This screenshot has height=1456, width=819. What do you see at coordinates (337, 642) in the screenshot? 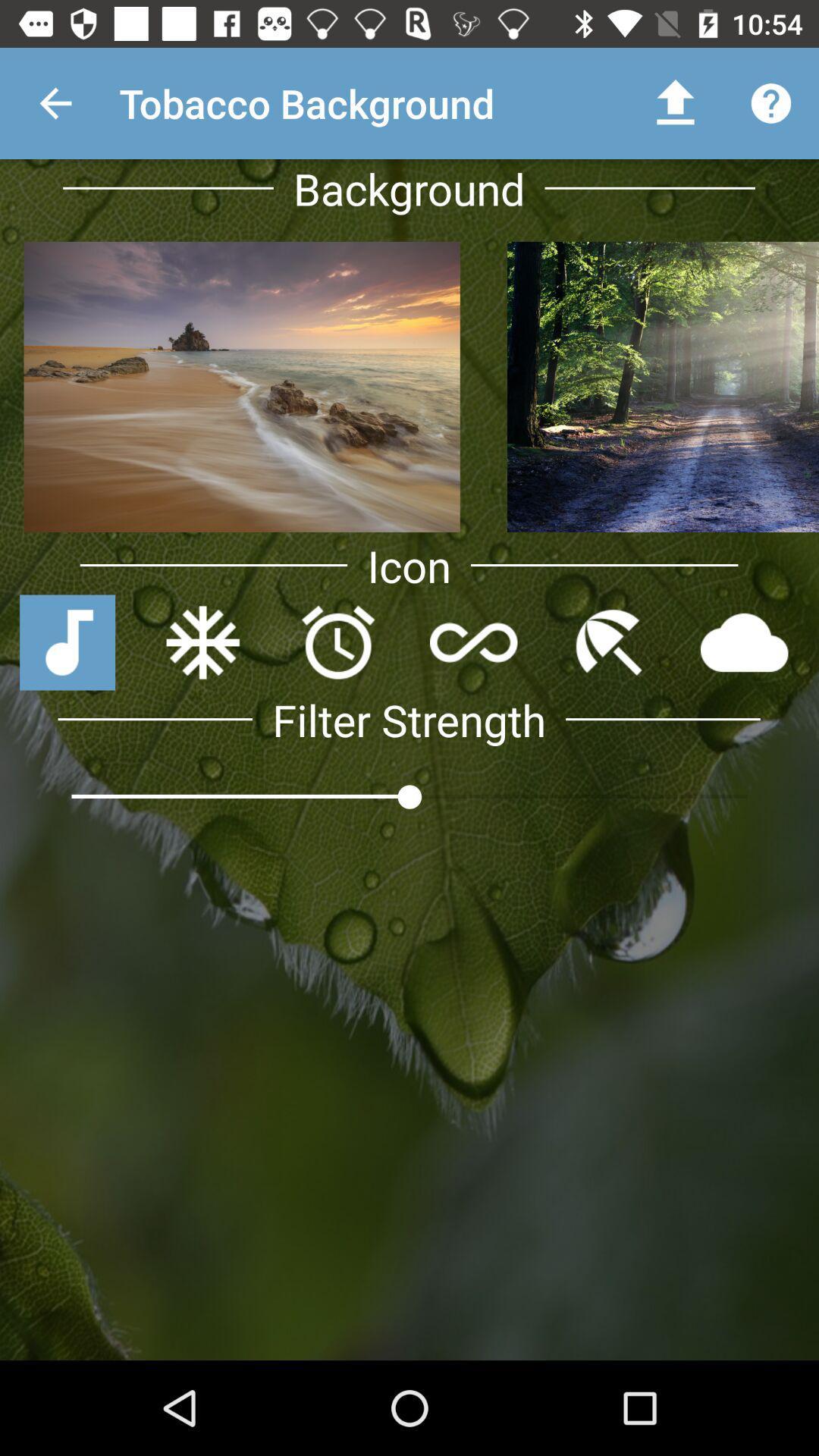
I see `the time icon` at bounding box center [337, 642].